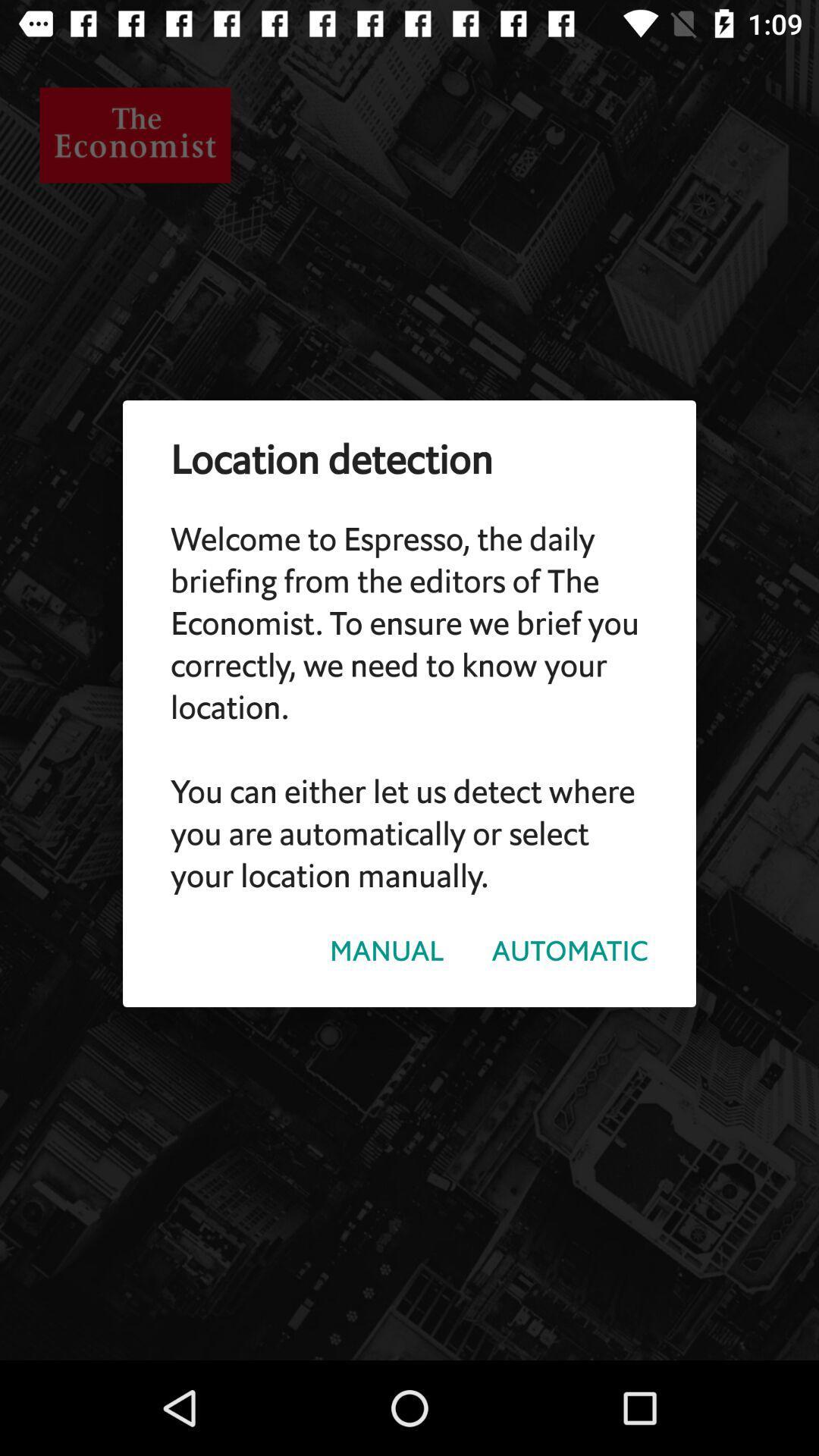 The height and width of the screenshot is (1456, 819). What do you see at coordinates (386, 950) in the screenshot?
I see `the button next to automatic icon` at bounding box center [386, 950].